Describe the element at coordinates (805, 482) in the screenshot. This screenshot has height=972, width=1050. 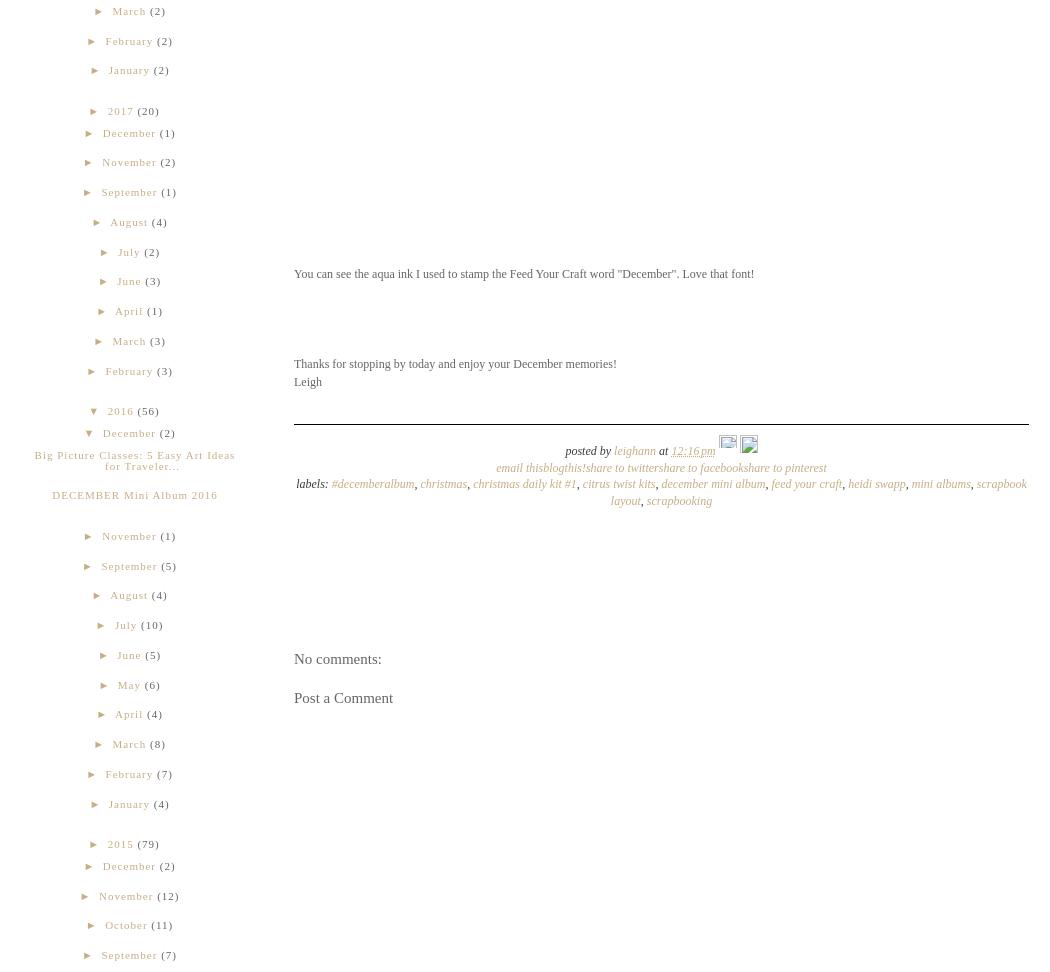
I see `'Feed your craft'` at that location.